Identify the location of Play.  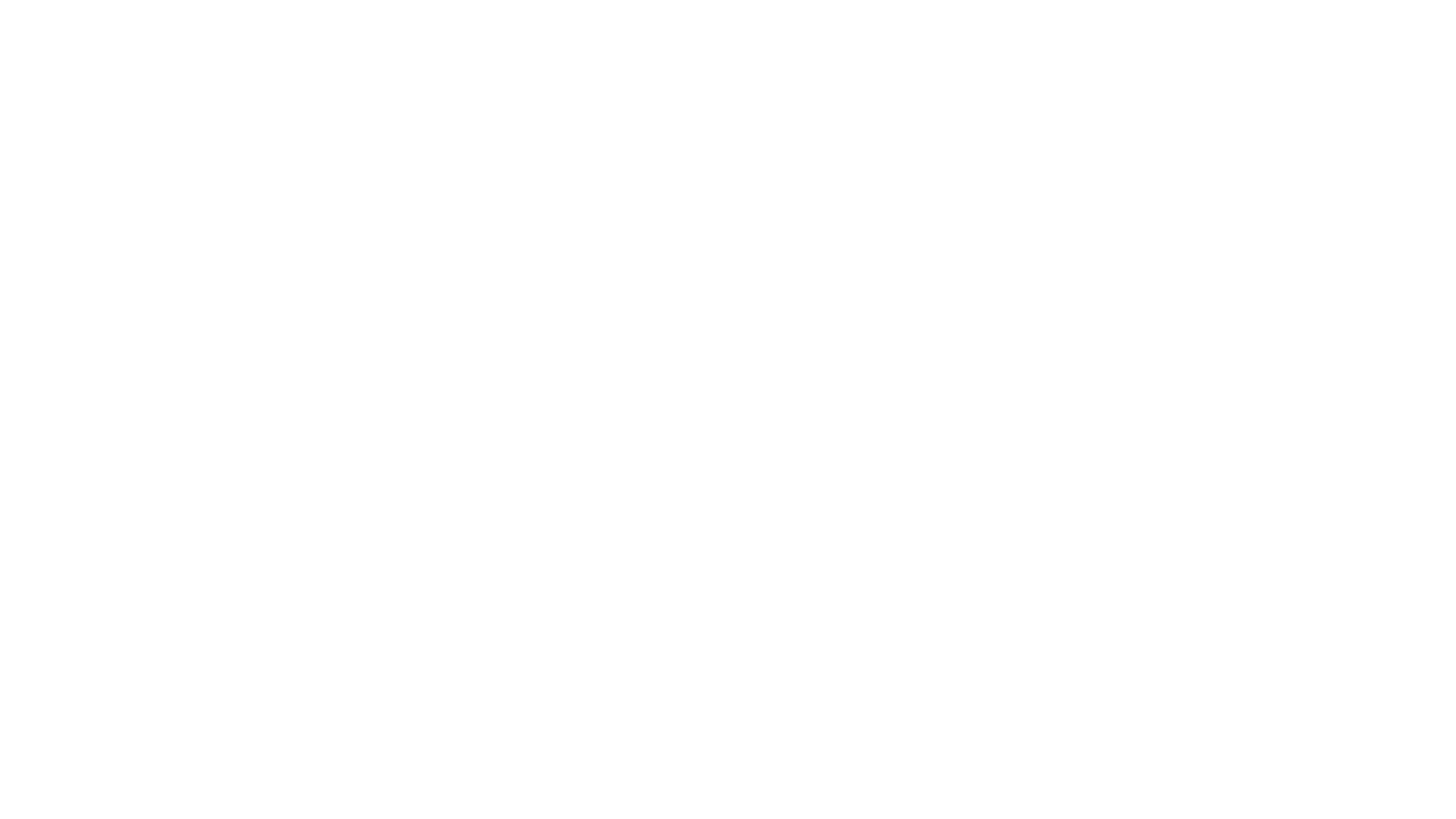
(428, 571).